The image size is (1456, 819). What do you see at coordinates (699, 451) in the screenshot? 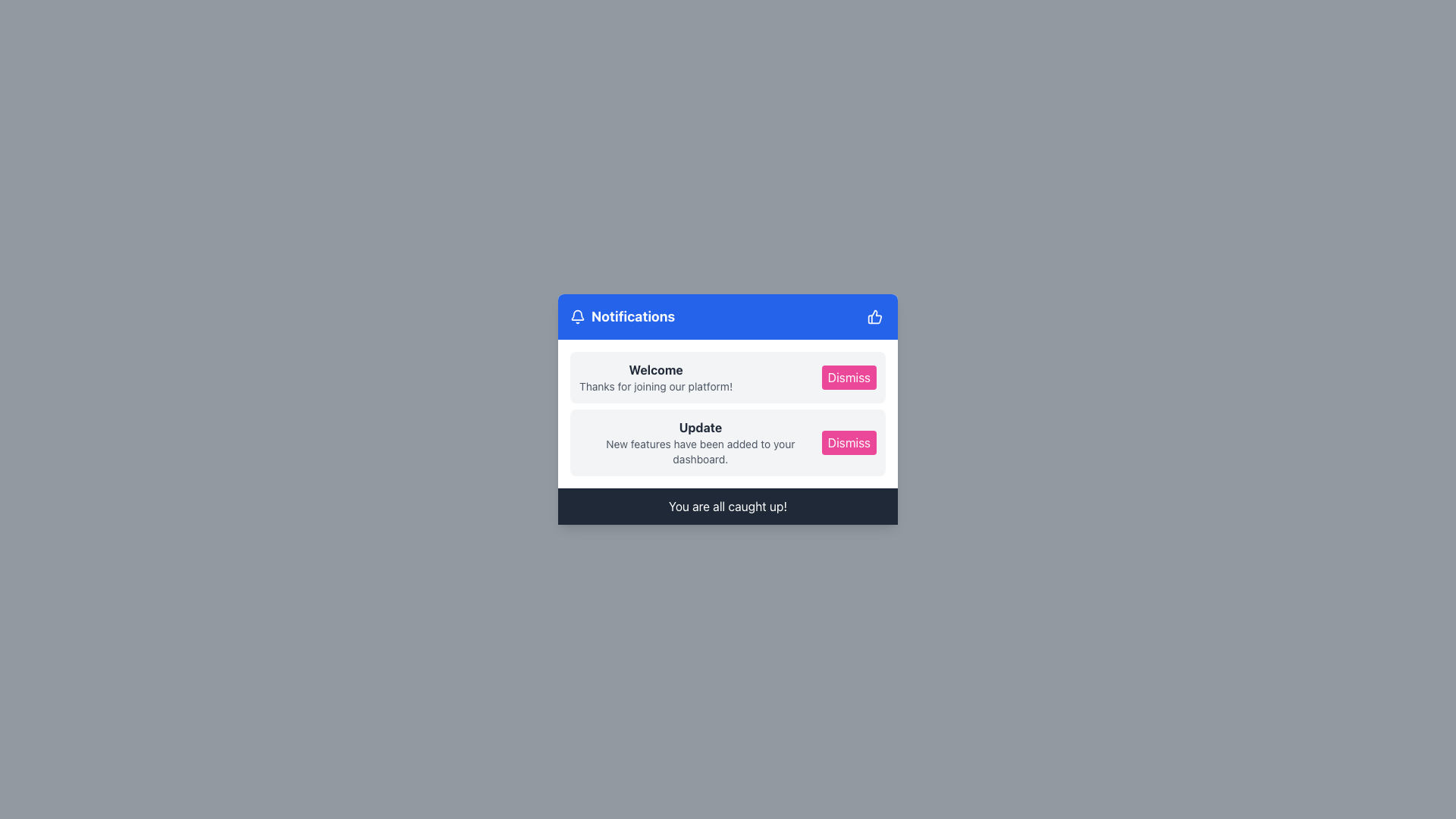
I see `the static text that reads 'New features have been added to your dashboard.' located under the bold 'Update' text in the 'Notifications' section of the modal dialog box` at bounding box center [699, 451].